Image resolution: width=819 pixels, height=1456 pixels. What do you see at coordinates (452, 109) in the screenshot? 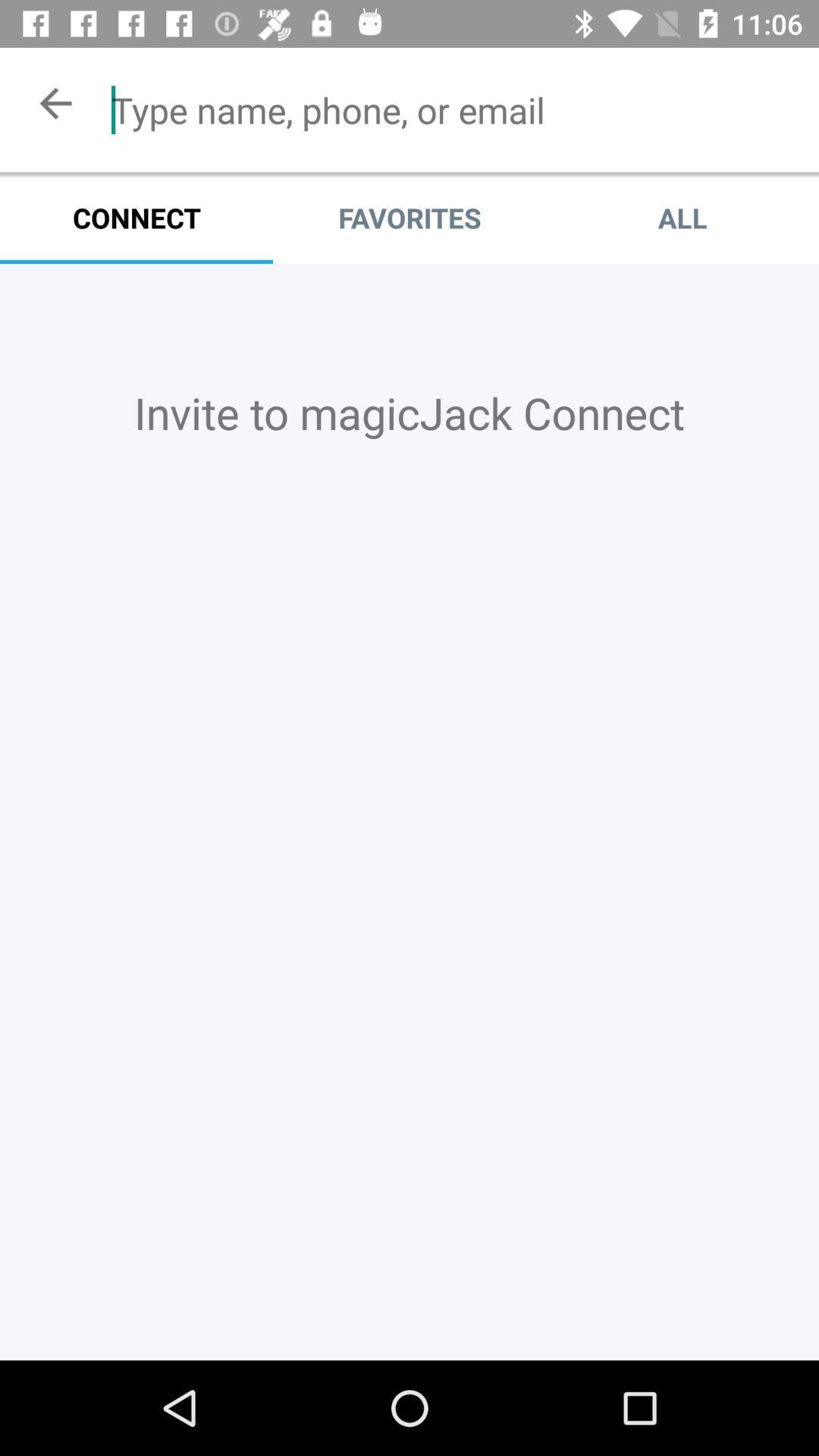
I see `the icon above connect item` at bounding box center [452, 109].